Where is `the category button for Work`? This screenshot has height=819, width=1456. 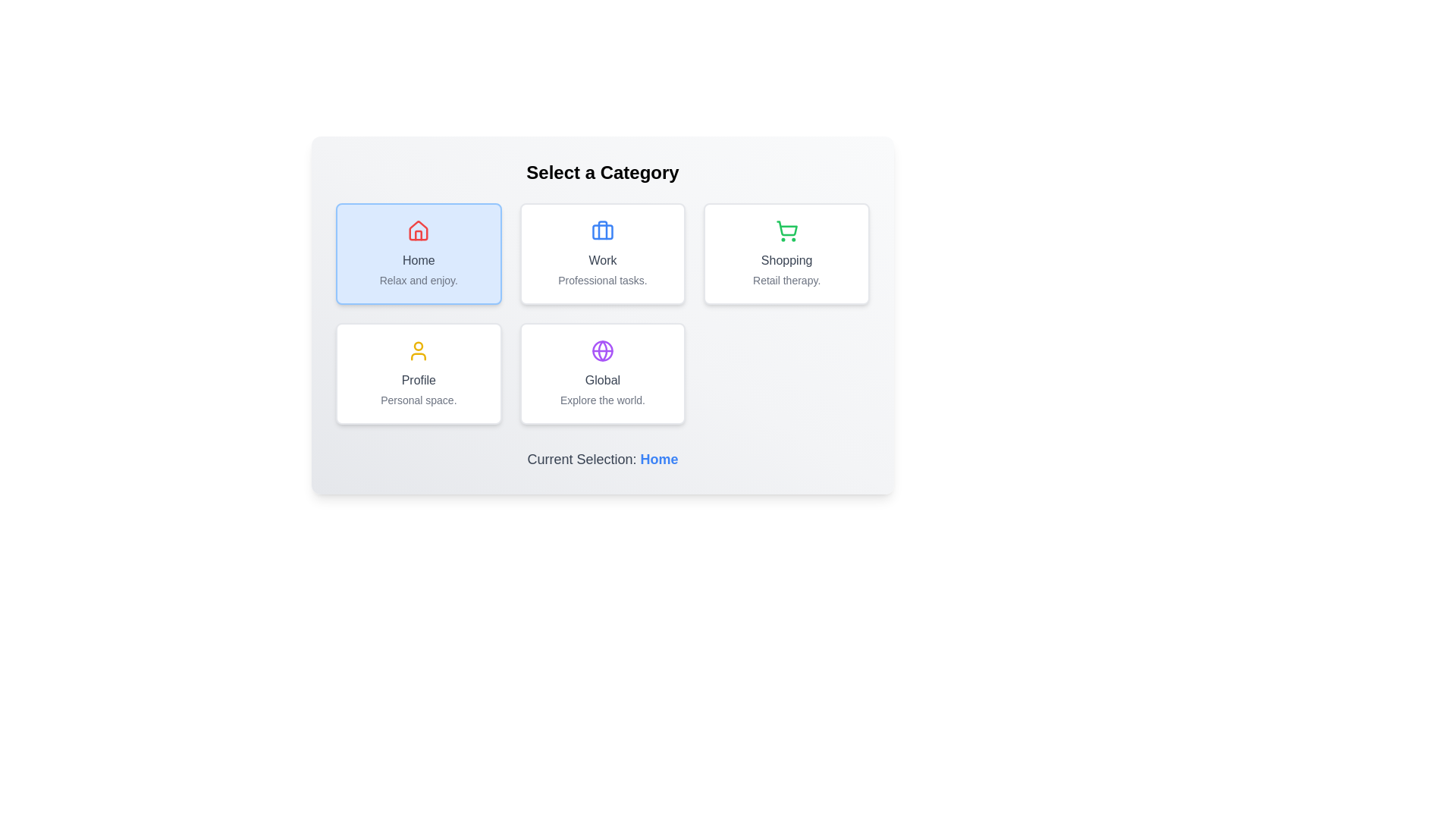
the category button for Work is located at coordinates (602, 253).